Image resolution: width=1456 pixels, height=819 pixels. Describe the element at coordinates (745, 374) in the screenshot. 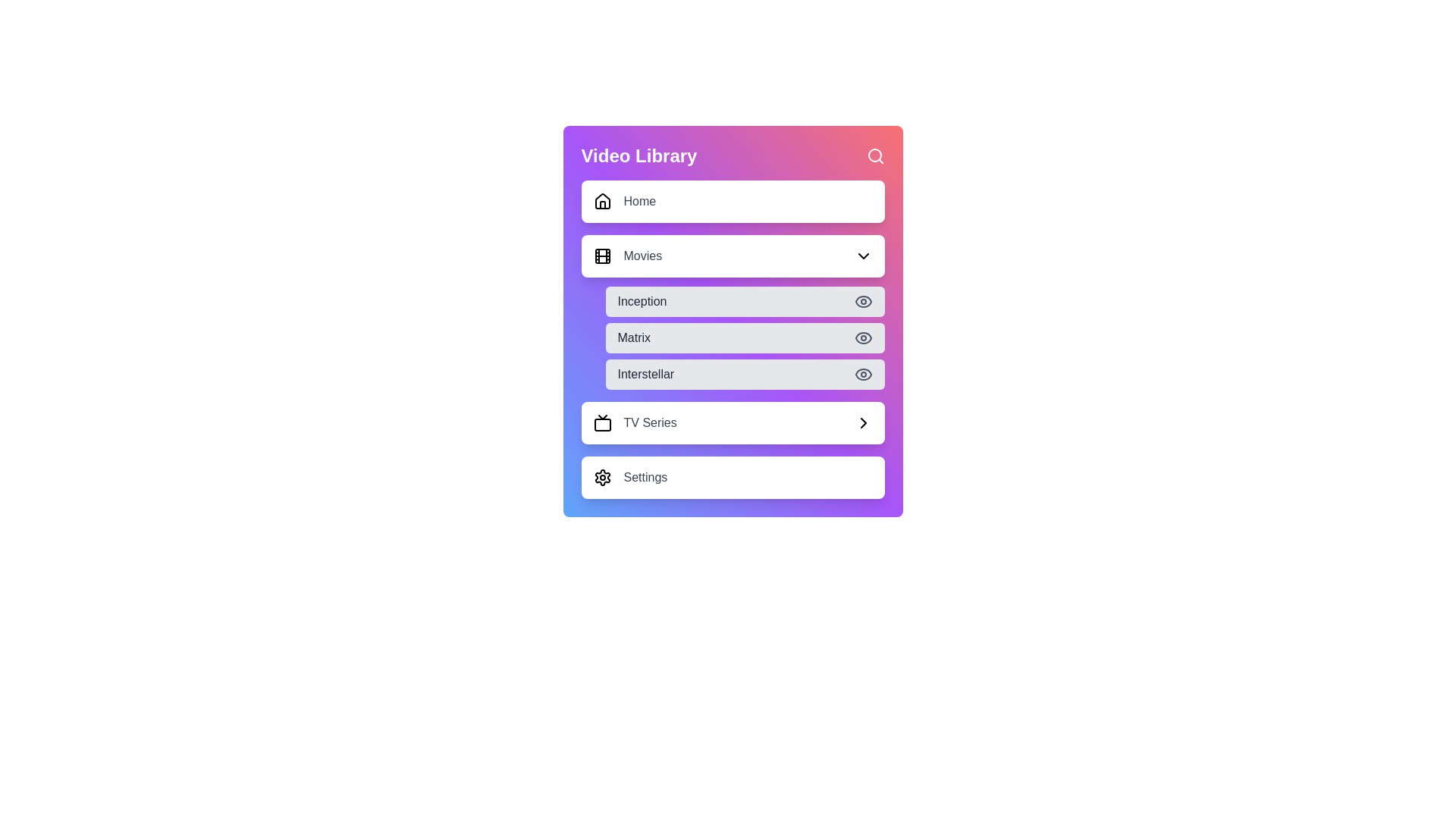

I see `the button for the movie 'Interstellar' in the Video Library by navigating via keyboard for accessibility` at that location.